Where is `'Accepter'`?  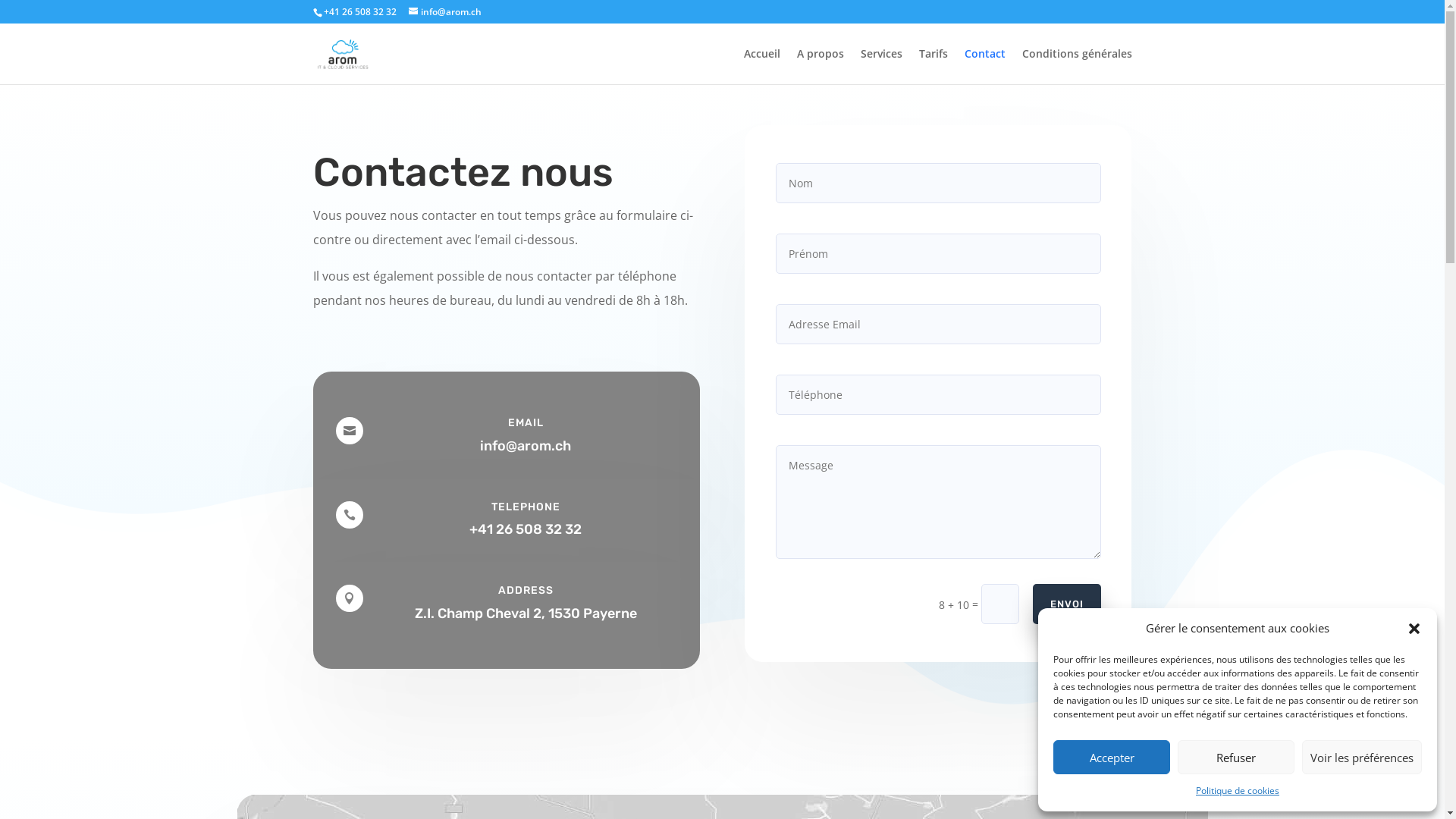
'Accepter' is located at coordinates (1111, 757).